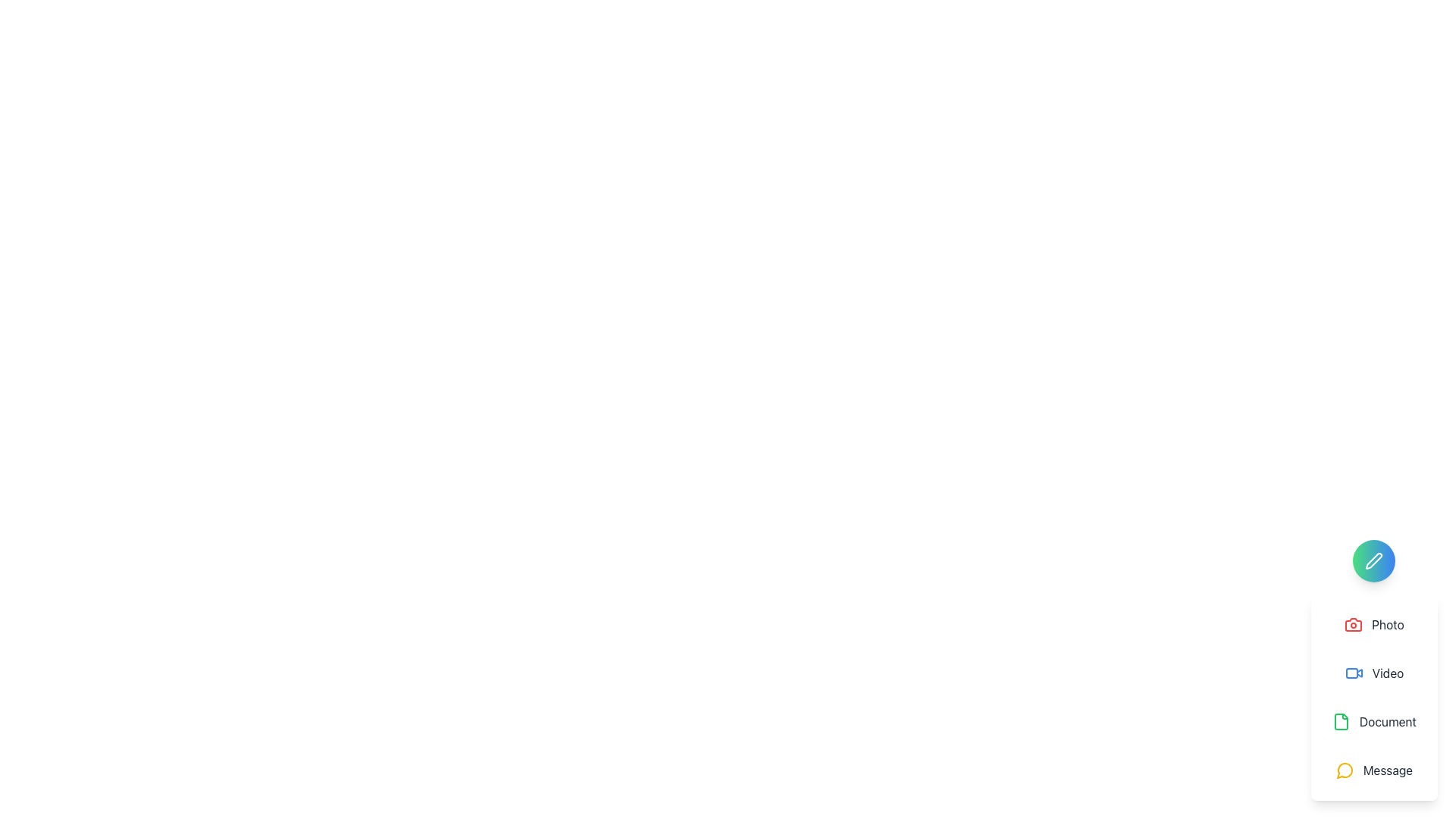 Image resolution: width=1456 pixels, height=819 pixels. Describe the element at coordinates (1374, 770) in the screenshot. I see `the 'Message' button, which features a yellow outlined chat bubble icon on the left and dark gray text on the right, located fourth in the vertically stacked menu` at that location.